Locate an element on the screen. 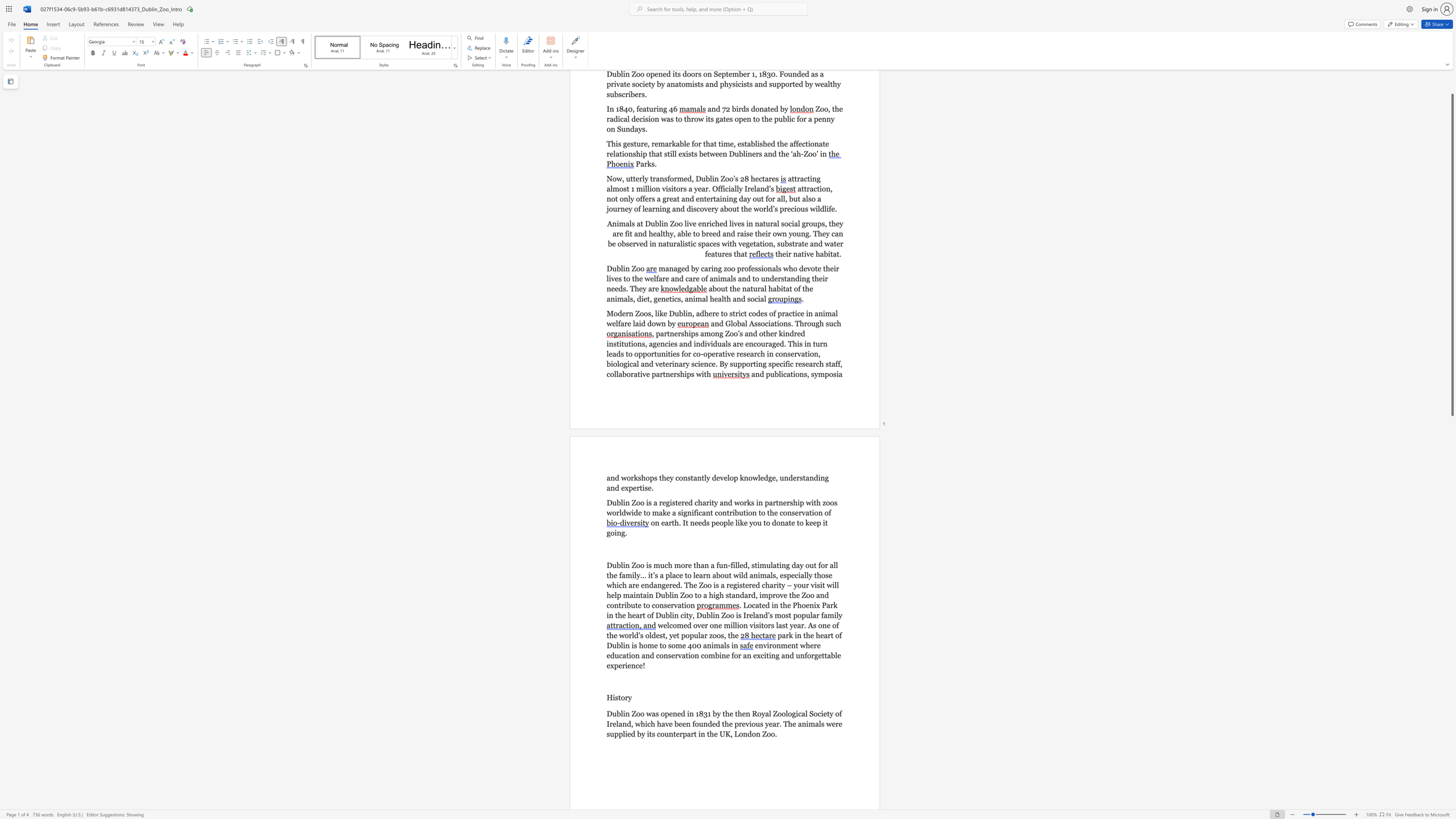 This screenshot has height=819, width=1456. the subset text "es open to" within the text "Zoo, the radical decision was to throw its gates open to the public for a penny on Sundays." is located at coordinates (725, 119).